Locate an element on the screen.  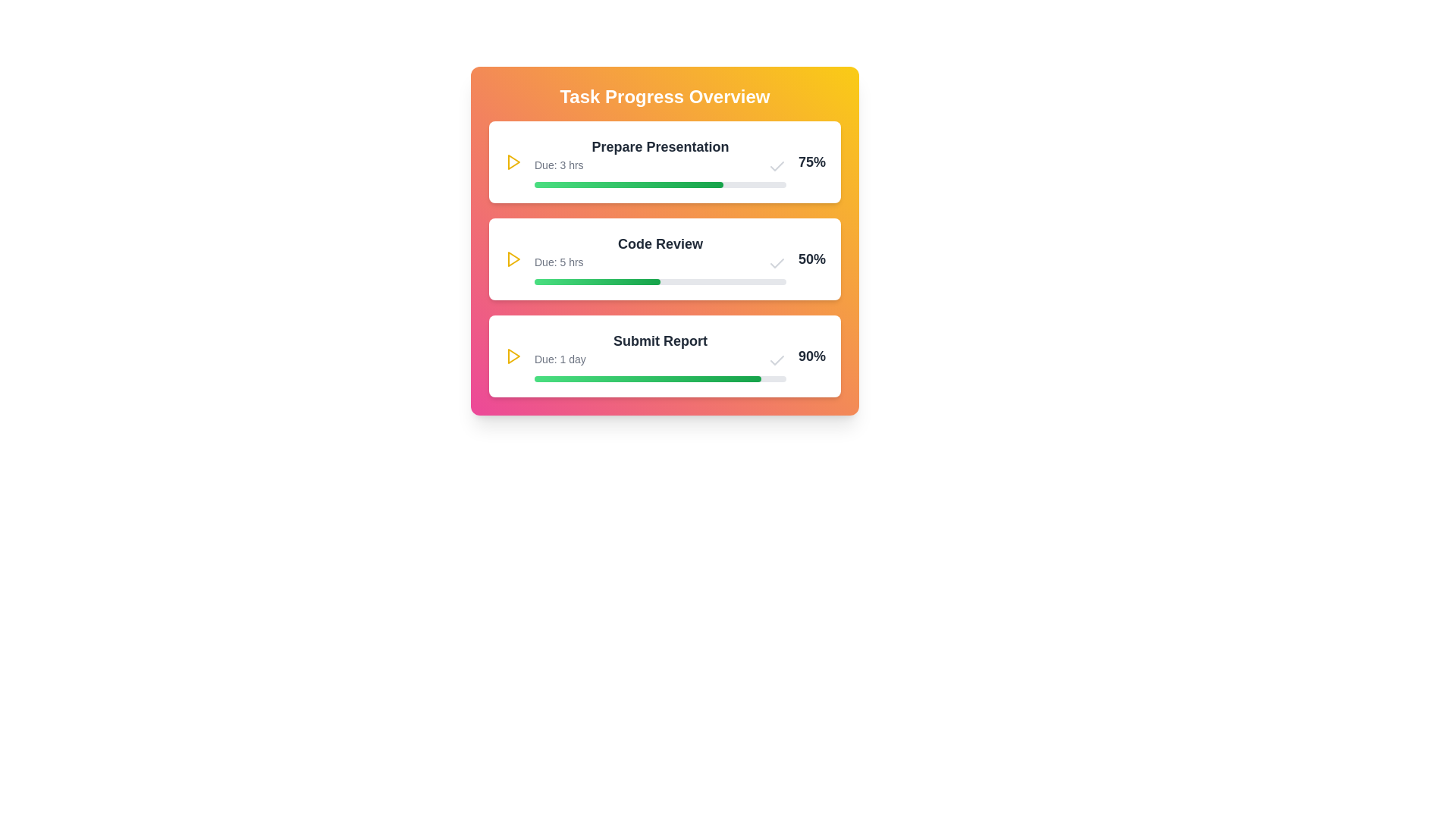
the progress bar indicating 90% completion for the 'Submit Report' task, located centrally beneath the text 'Due: 1 day' is located at coordinates (660, 378).